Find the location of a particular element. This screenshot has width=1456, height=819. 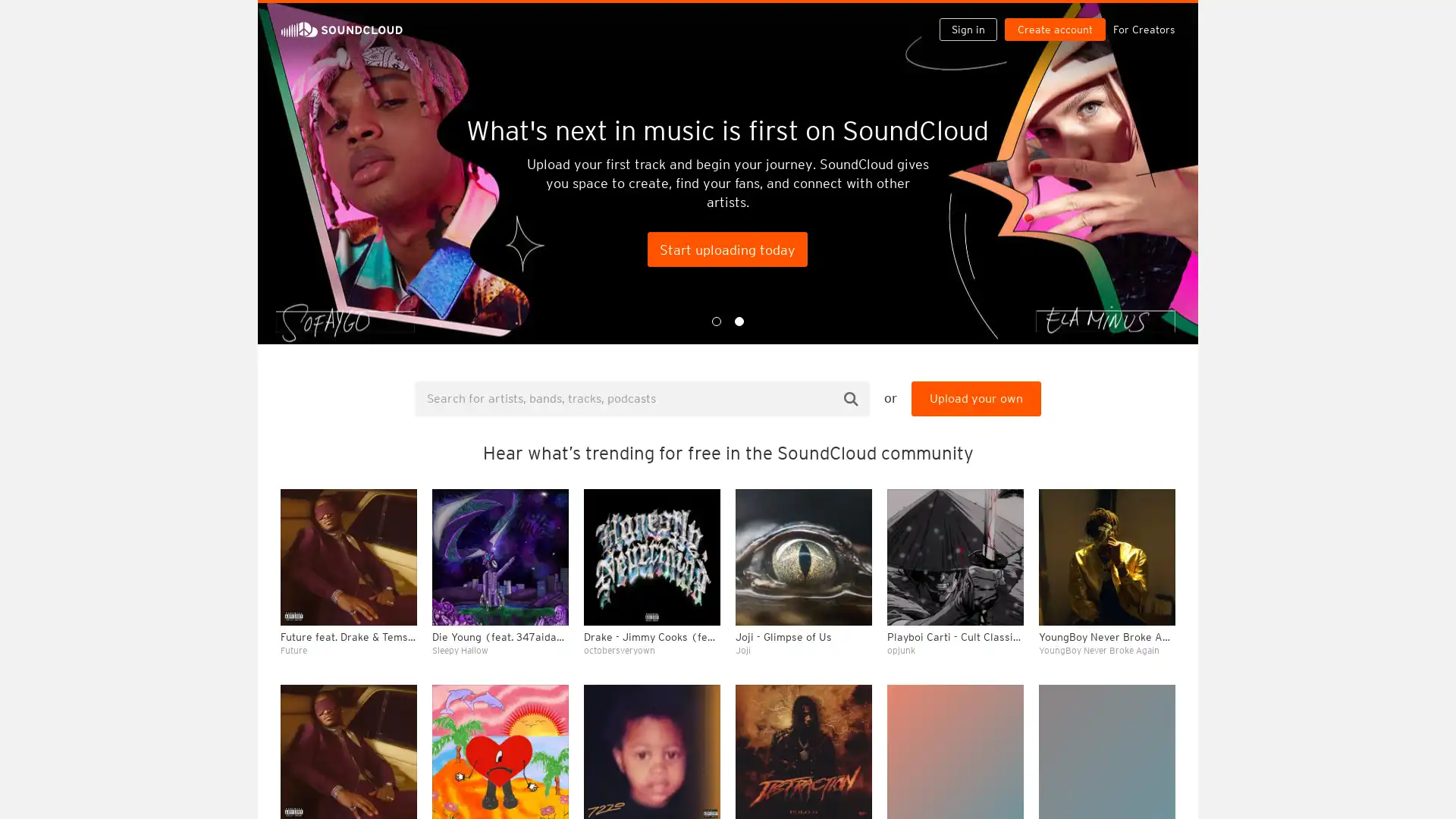

Sign in is located at coordinates (974, 17).